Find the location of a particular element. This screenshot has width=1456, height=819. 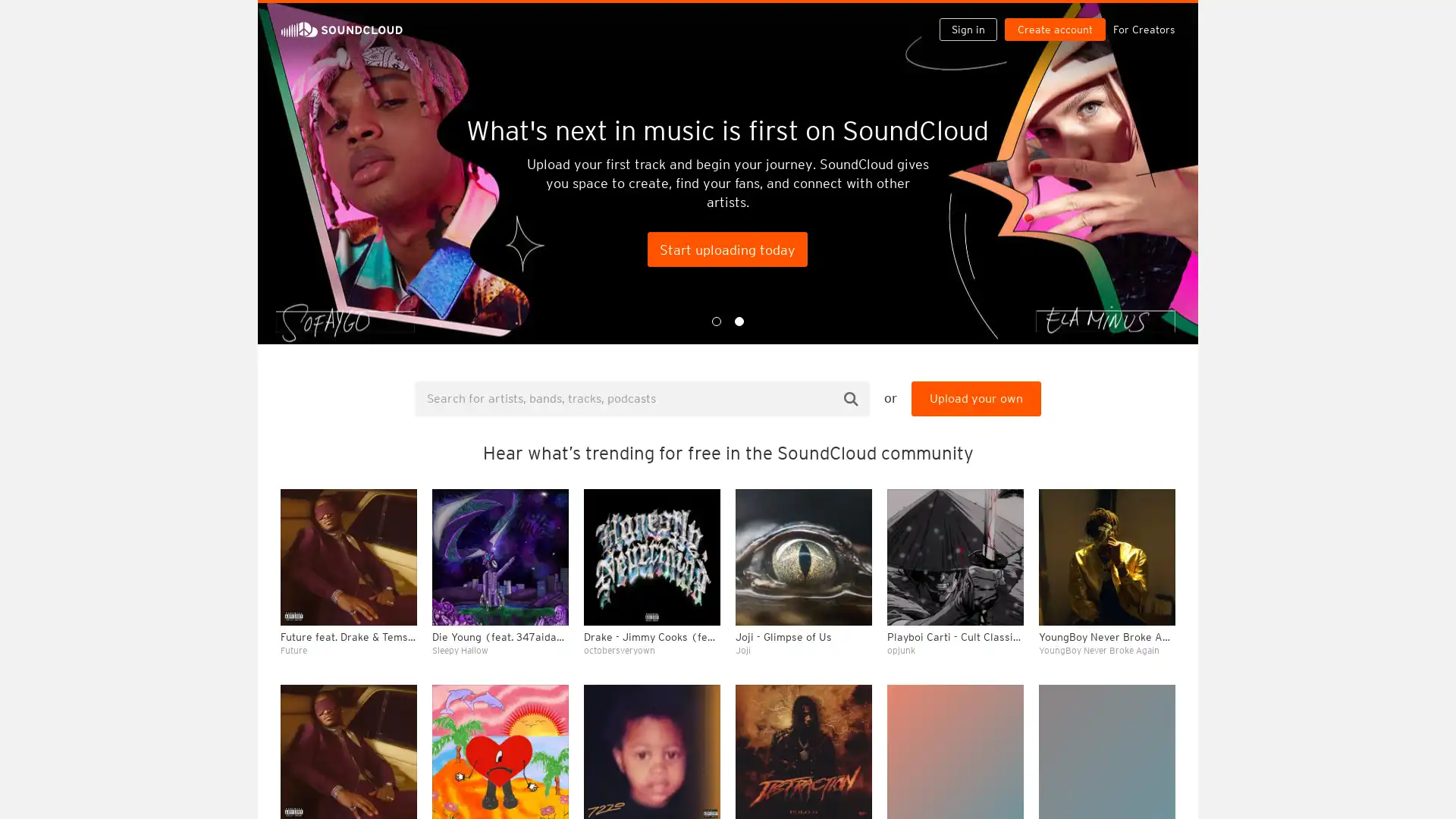

Sign in is located at coordinates (974, 17).